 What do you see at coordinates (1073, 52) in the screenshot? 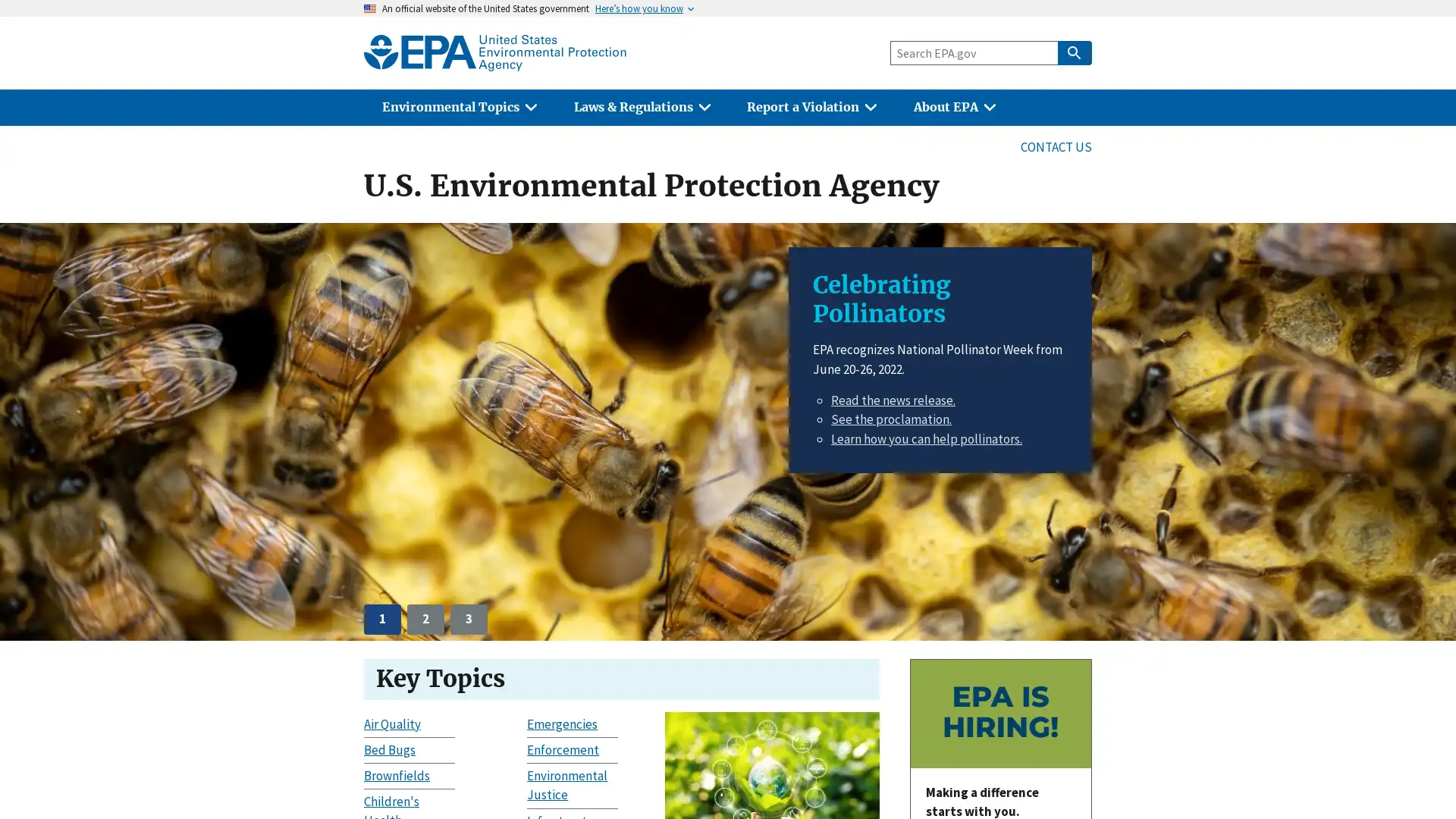
I see `Search` at bounding box center [1073, 52].